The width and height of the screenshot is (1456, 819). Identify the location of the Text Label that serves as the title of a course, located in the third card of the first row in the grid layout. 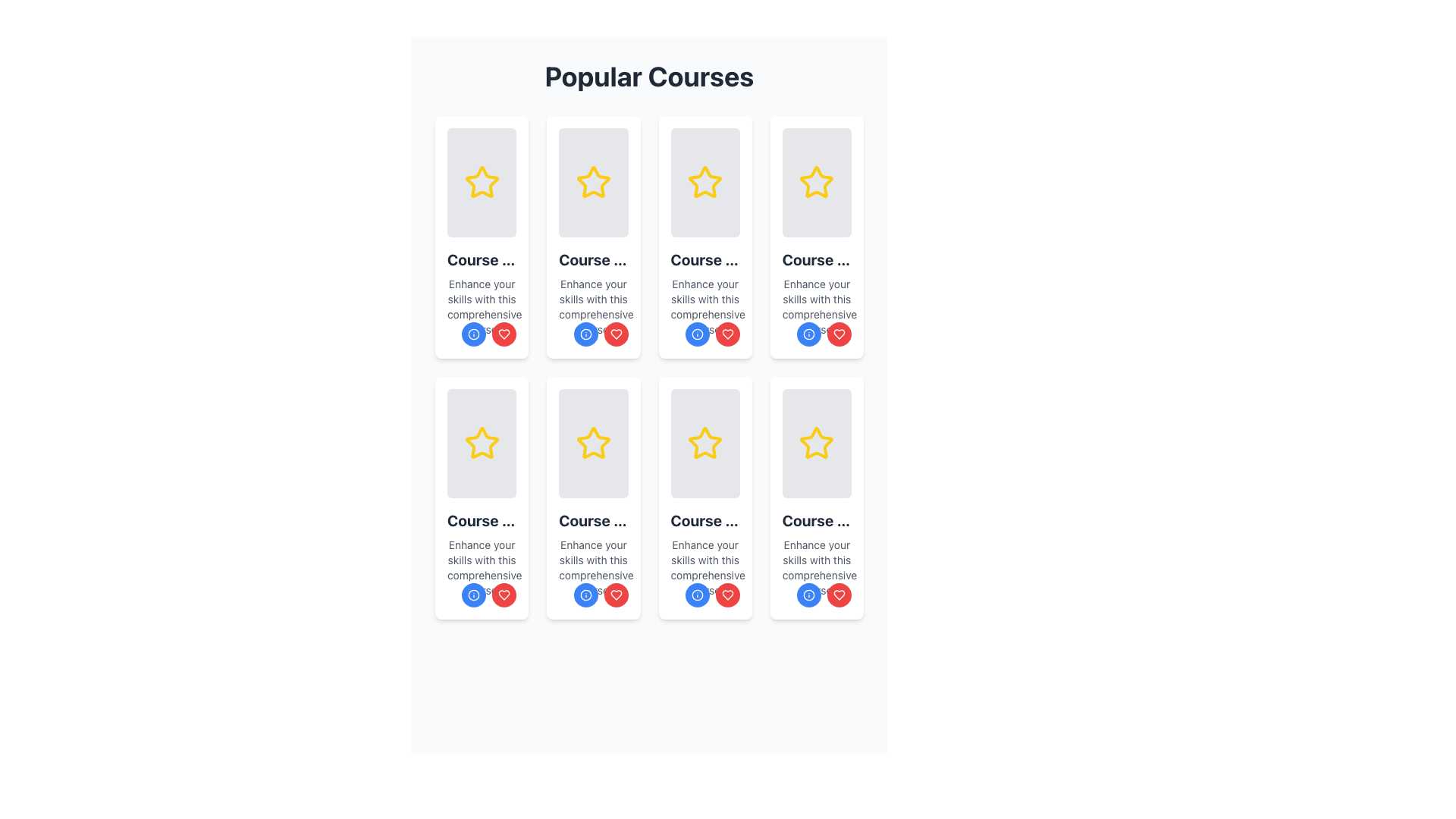
(704, 259).